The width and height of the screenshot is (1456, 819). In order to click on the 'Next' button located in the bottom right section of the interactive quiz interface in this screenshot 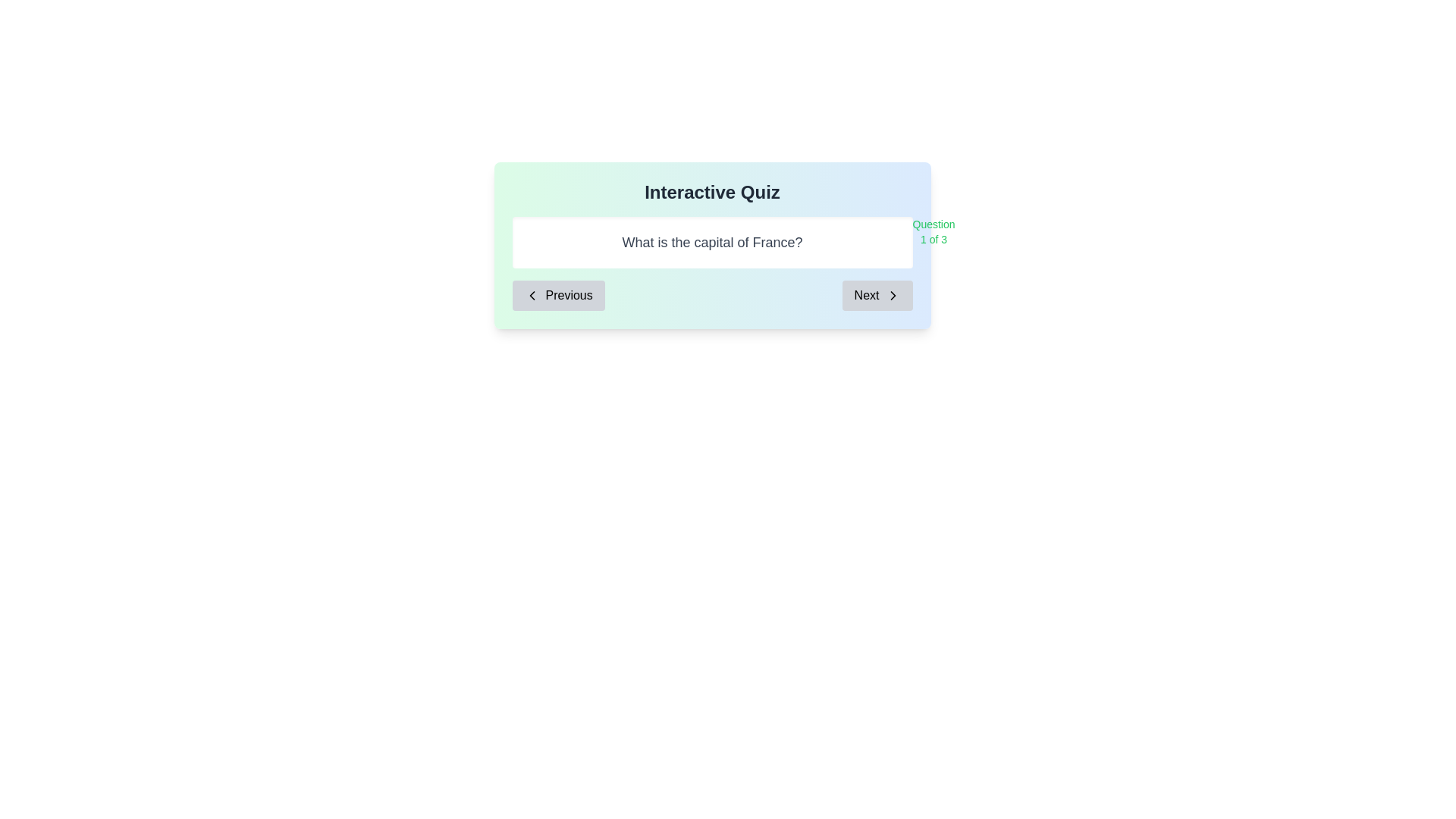, I will do `click(877, 295)`.